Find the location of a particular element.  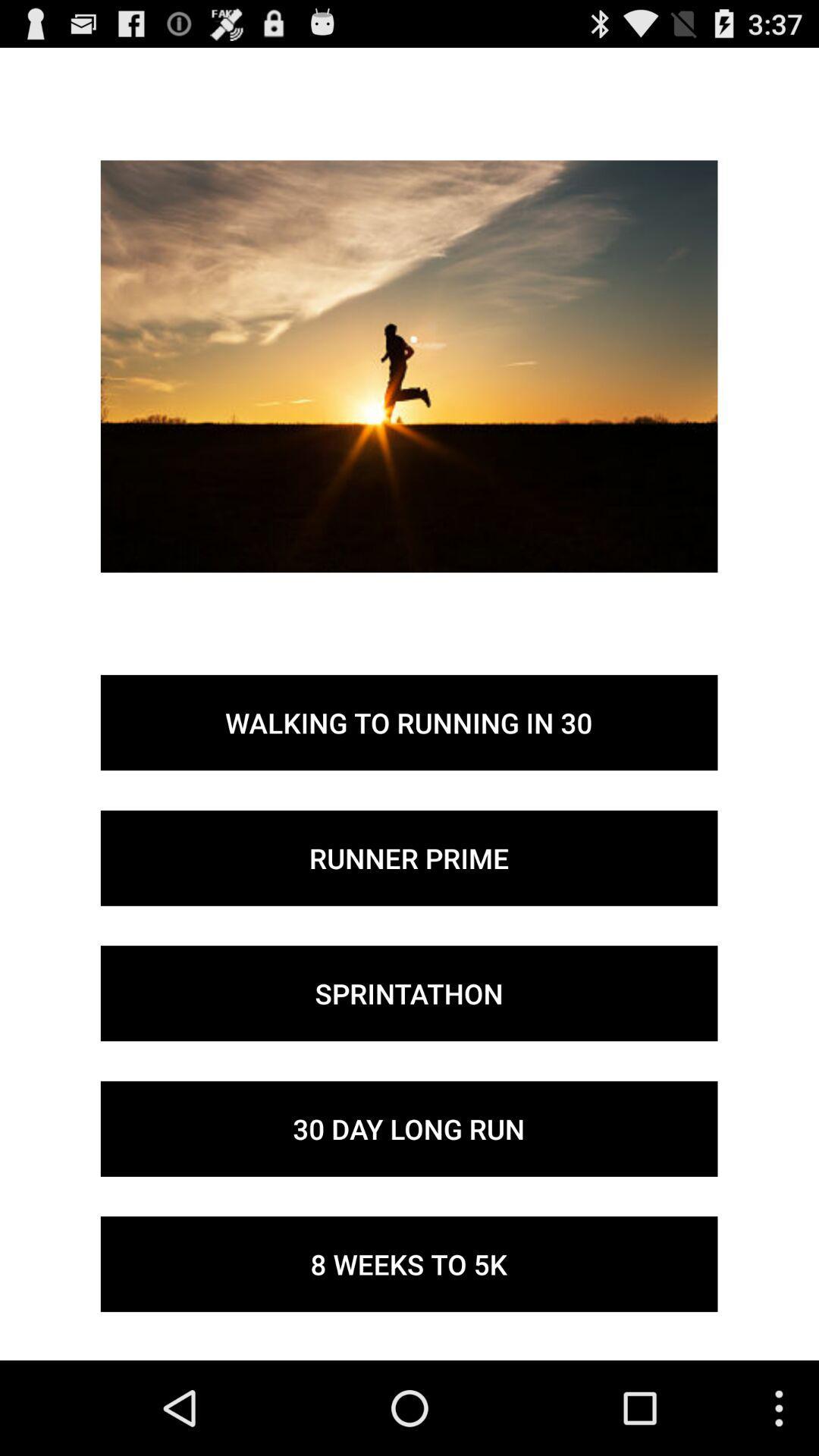

icon above 8 weeks to icon is located at coordinates (408, 1128).